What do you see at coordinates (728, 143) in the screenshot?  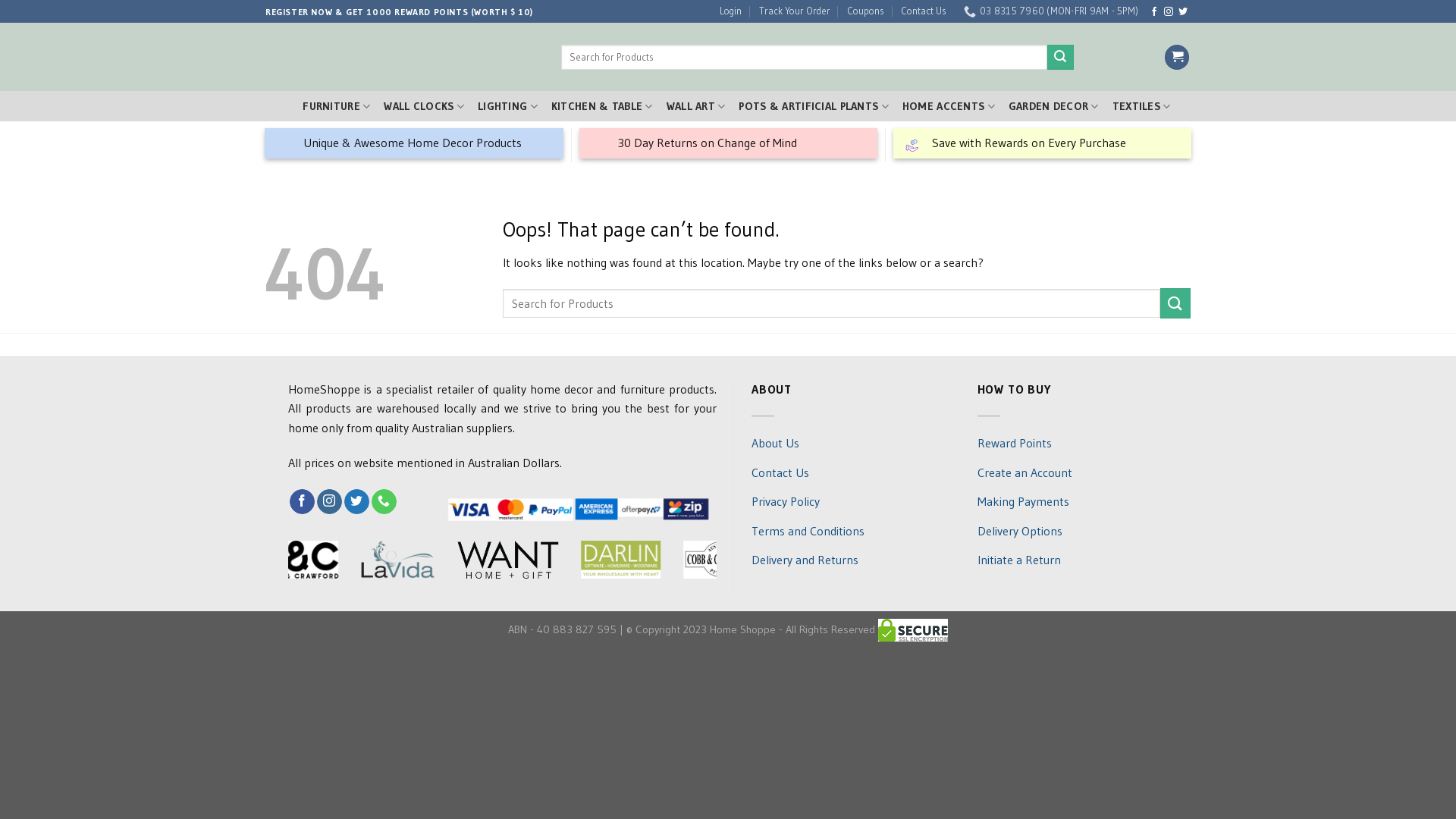 I see `'30 Day Returns on Change of Mind'` at bounding box center [728, 143].